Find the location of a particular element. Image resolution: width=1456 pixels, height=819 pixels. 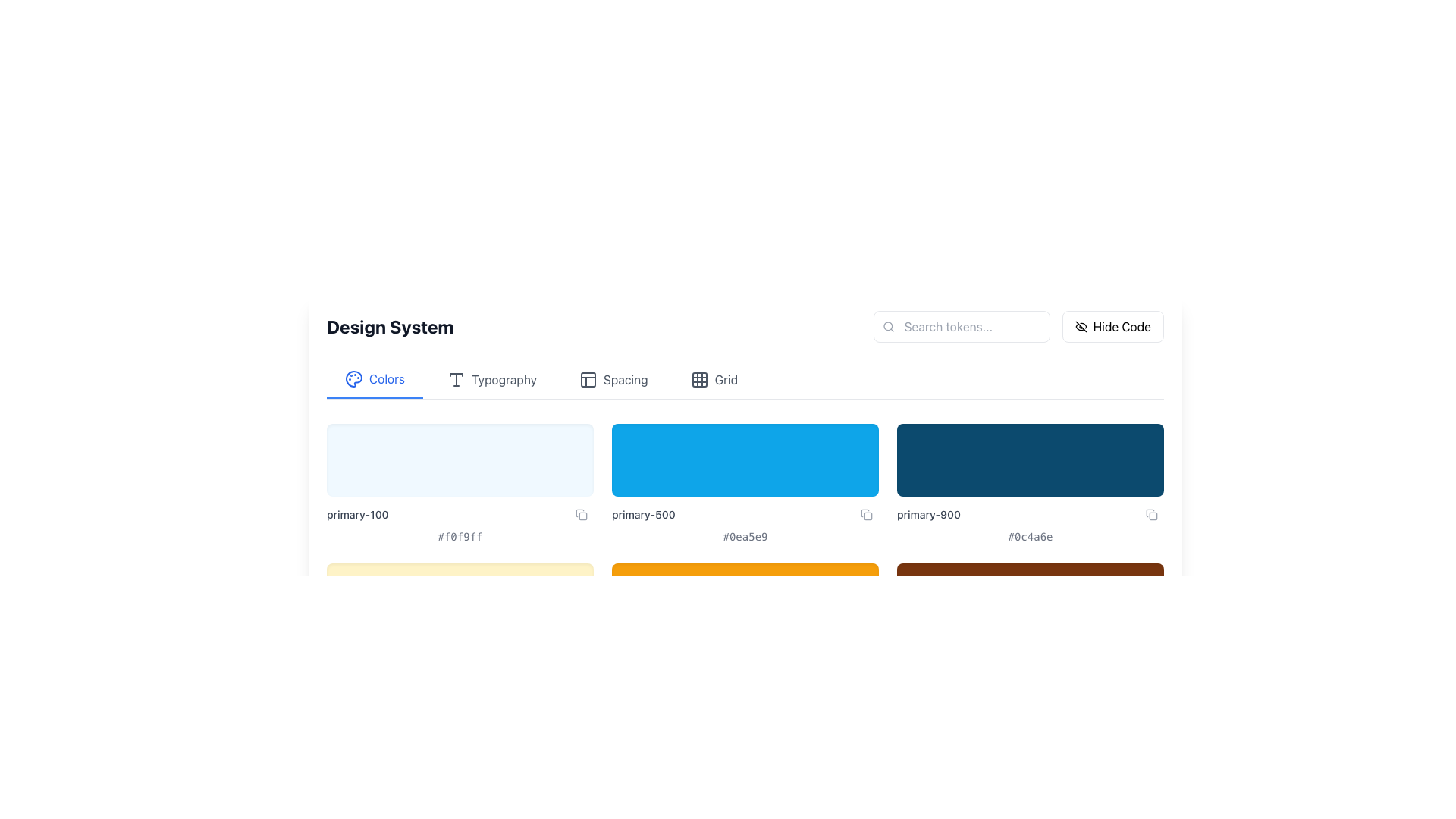

the color token display slot showing the name 'primary-900' and hexadecimal value '#0c4a6e' is located at coordinates (1030, 485).